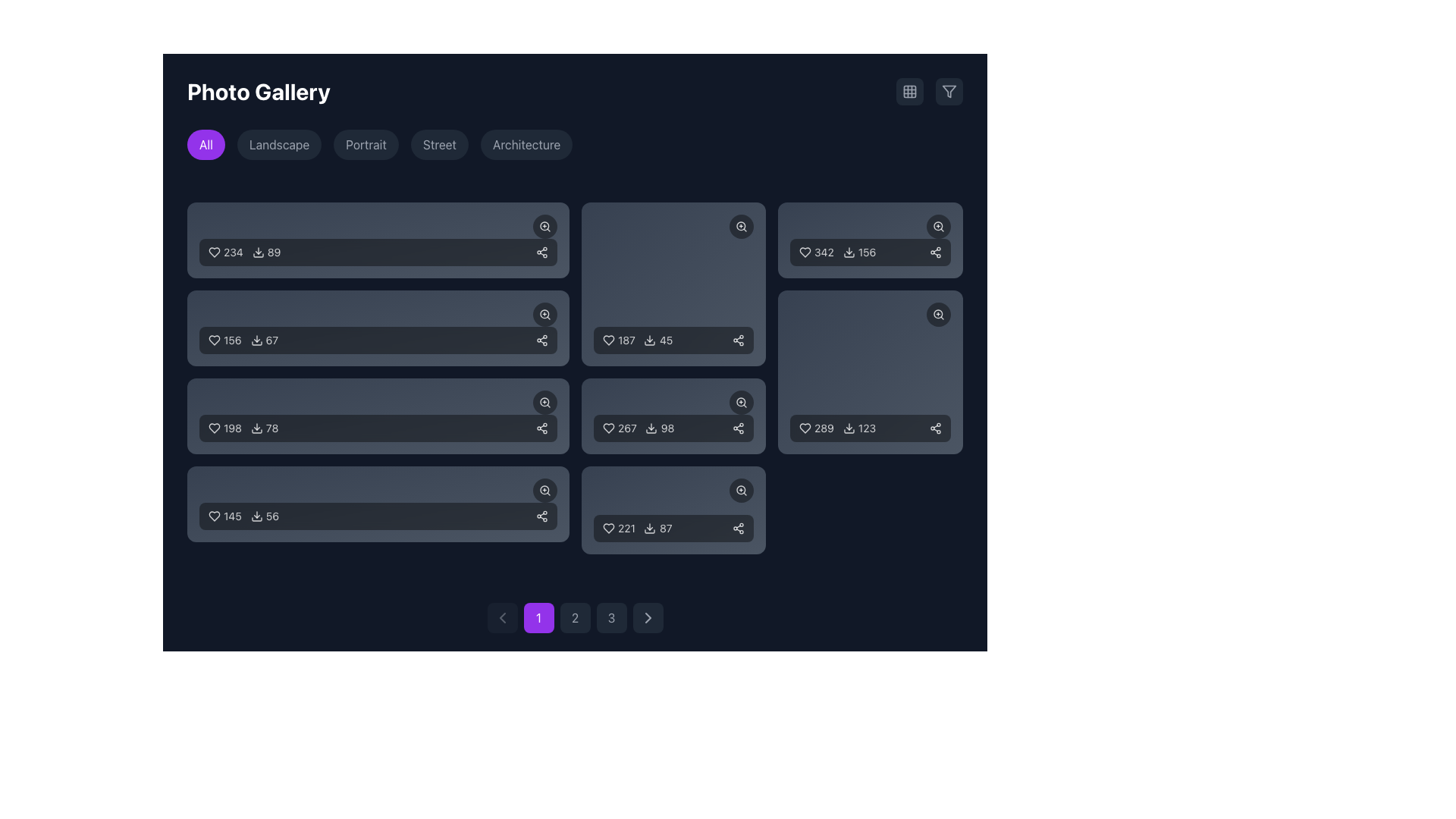 The image size is (1456, 819). Describe the element at coordinates (541, 339) in the screenshot. I see `the share icon, represented by three circles linked by lines, located in the bottom-right corner of the second horizontal bar beneath the photograph entry to share the photo` at that location.